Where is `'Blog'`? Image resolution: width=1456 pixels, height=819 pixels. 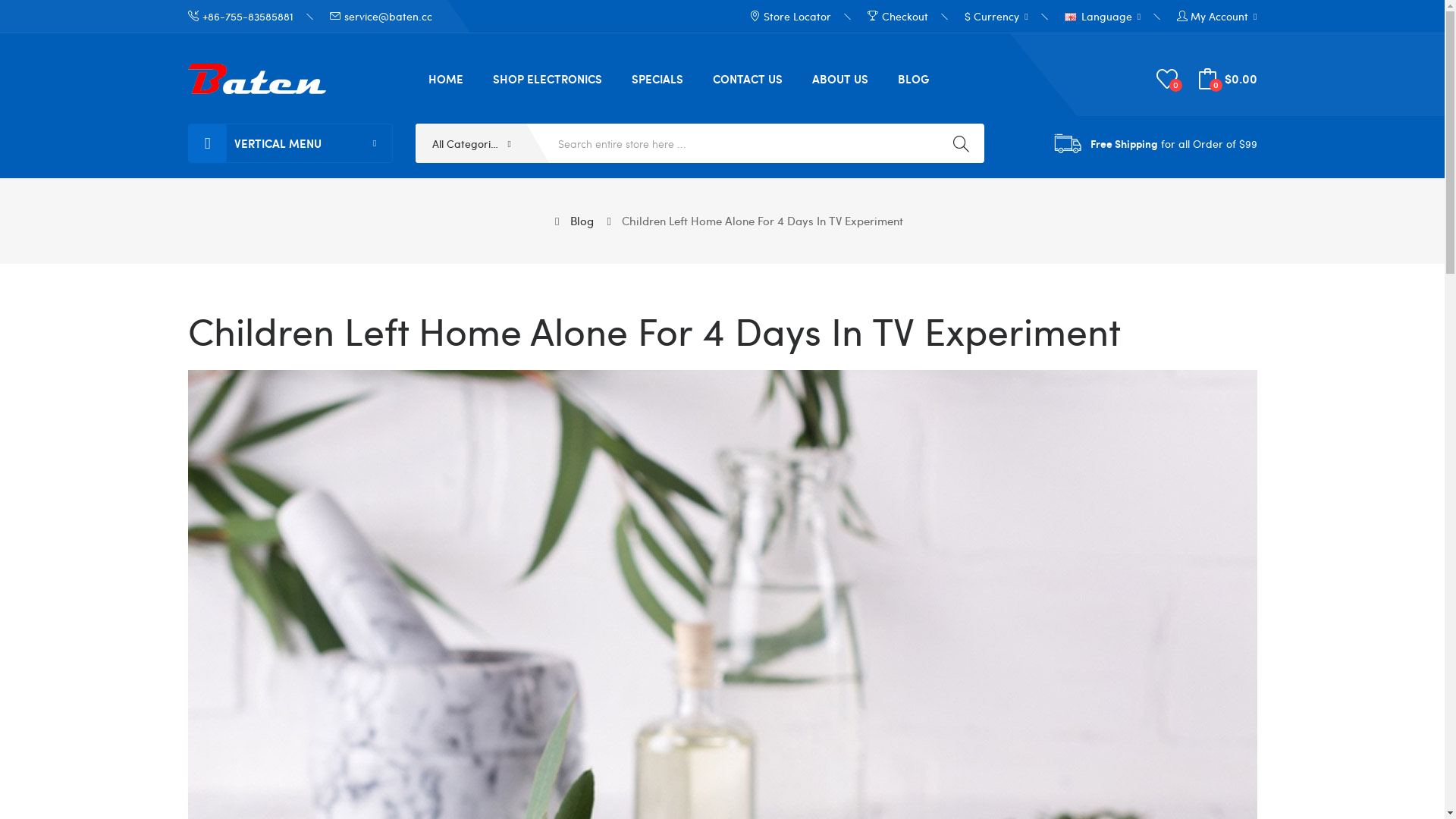
'Blog' is located at coordinates (581, 220).